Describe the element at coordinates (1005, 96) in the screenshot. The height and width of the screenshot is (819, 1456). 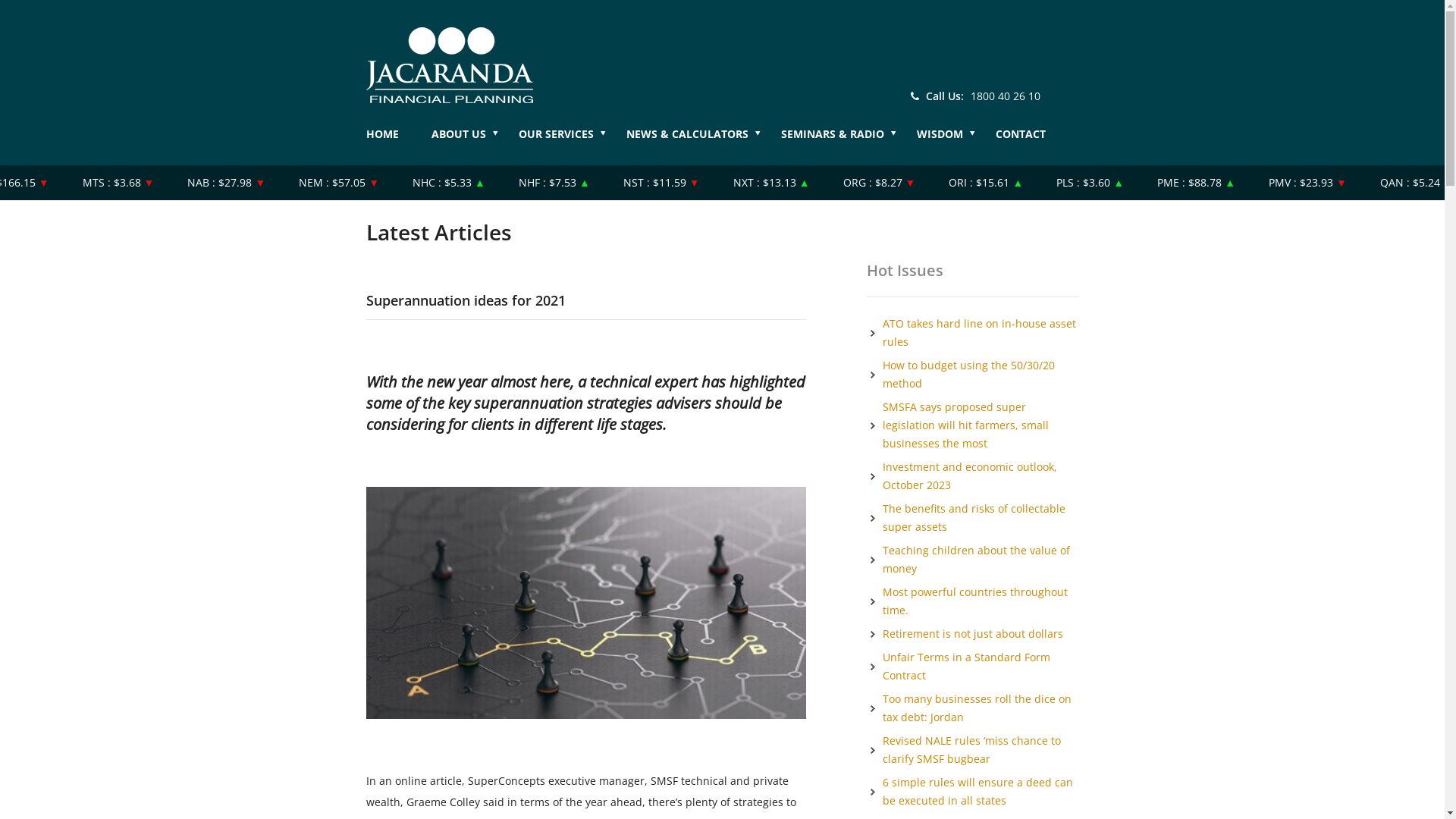
I see `'1800 40 26 10'` at that location.